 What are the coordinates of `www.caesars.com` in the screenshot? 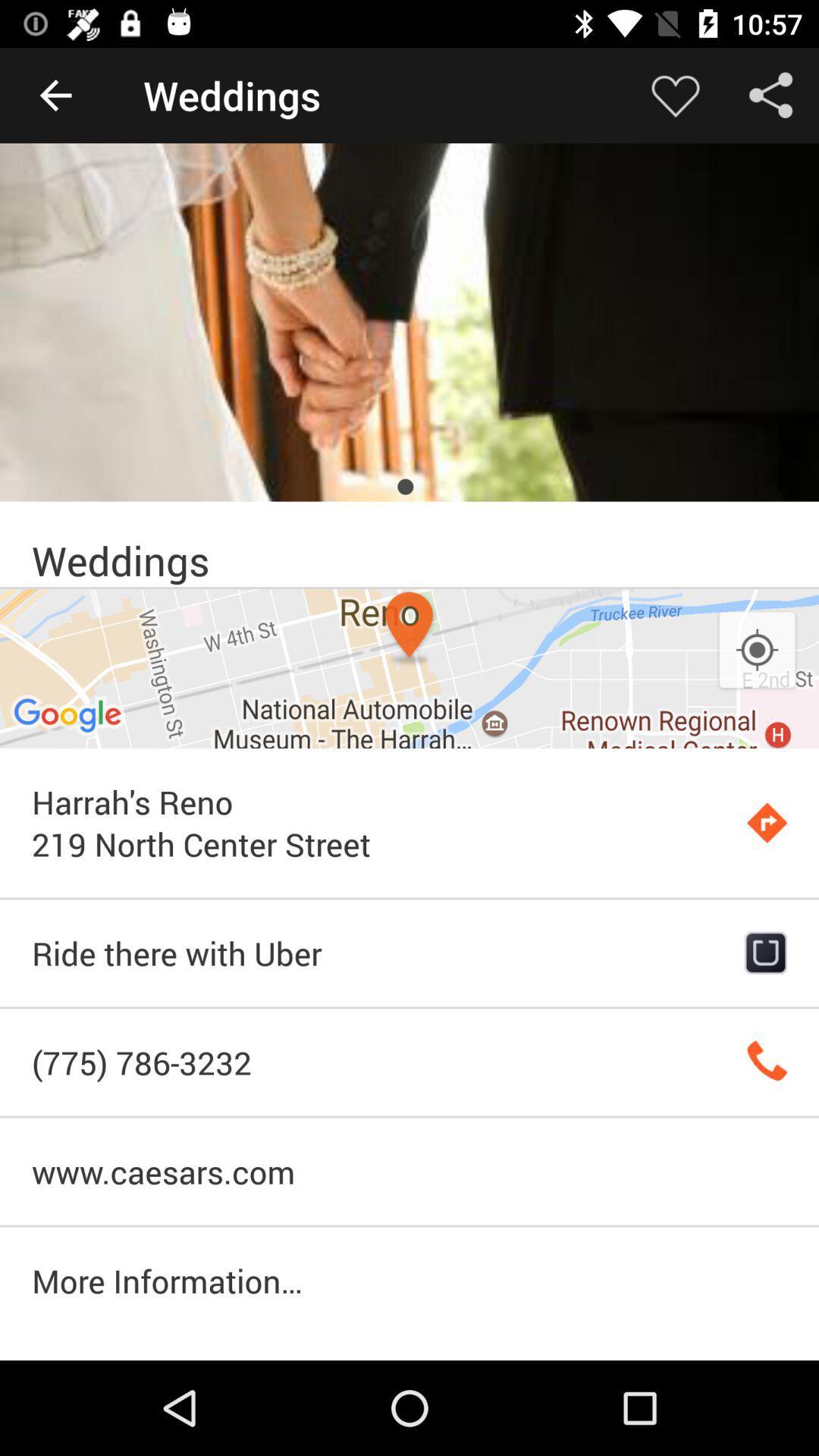 It's located at (409, 1171).